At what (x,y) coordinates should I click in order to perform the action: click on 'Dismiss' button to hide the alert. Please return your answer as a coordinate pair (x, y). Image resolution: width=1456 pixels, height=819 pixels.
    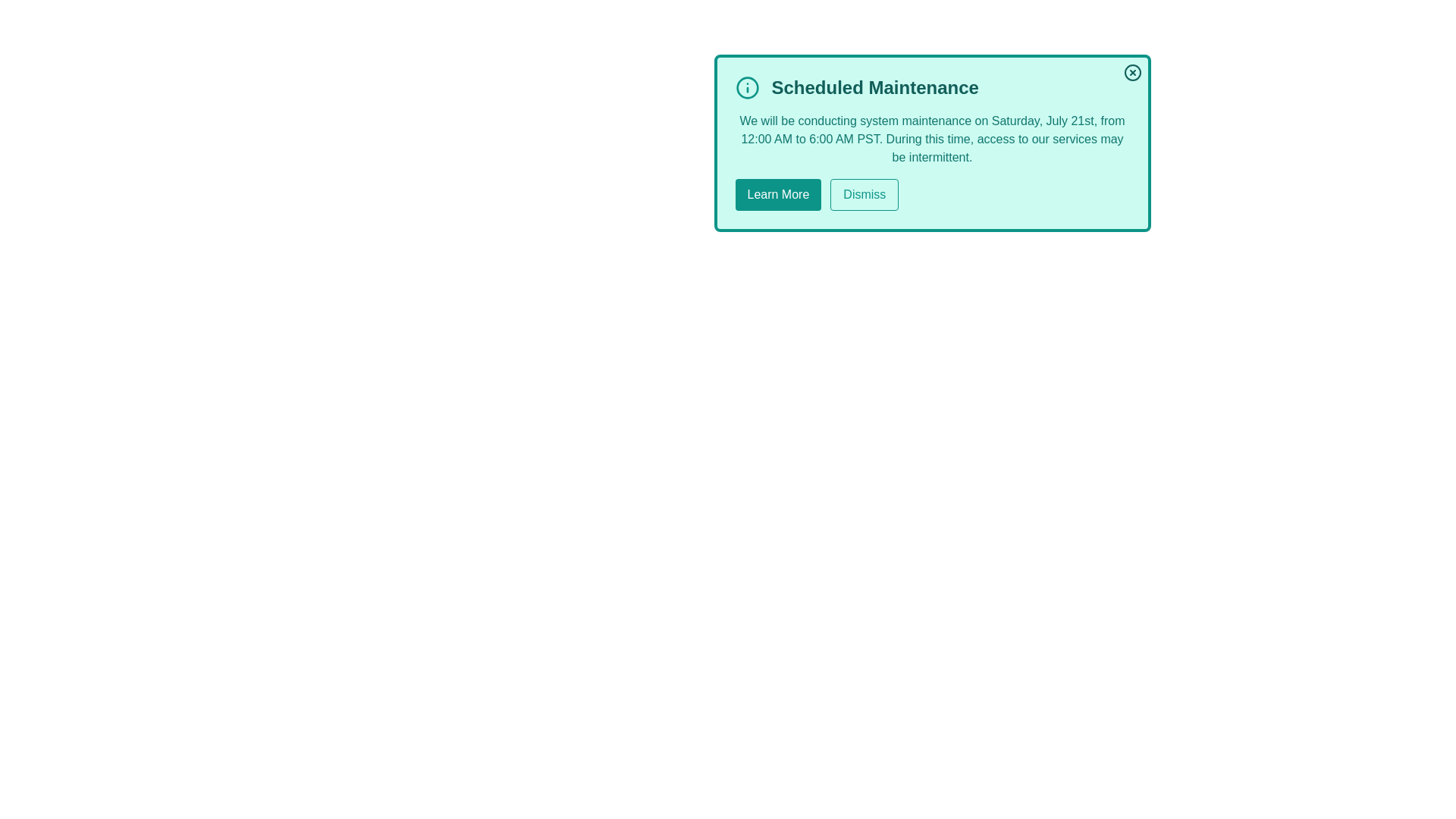
    Looking at the image, I should click on (864, 194).